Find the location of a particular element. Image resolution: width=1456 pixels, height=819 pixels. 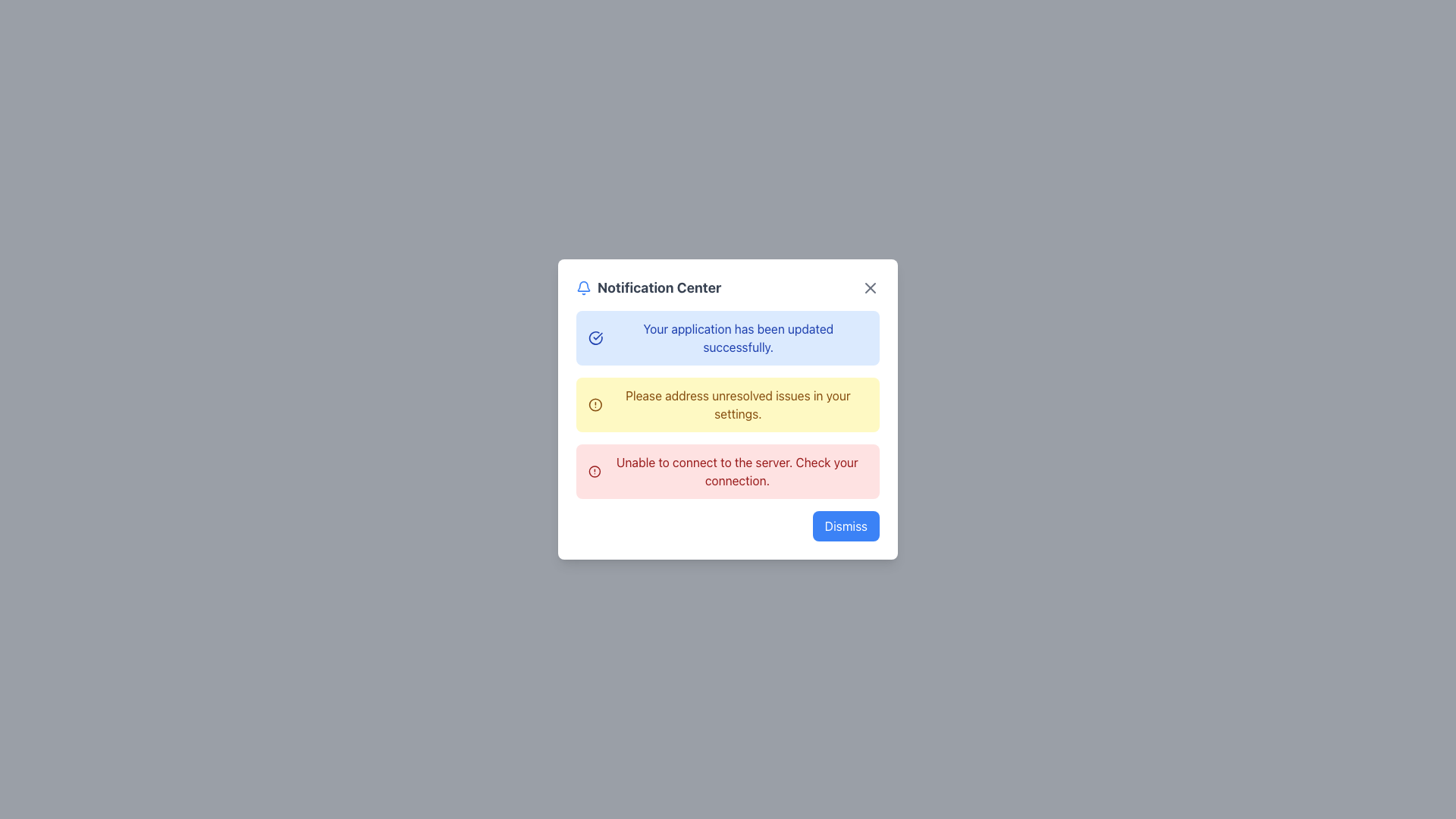

the error message Text Label located at the bottom of the notification panel, which is the third item in a list of messages is located at coordinates (737, 470).